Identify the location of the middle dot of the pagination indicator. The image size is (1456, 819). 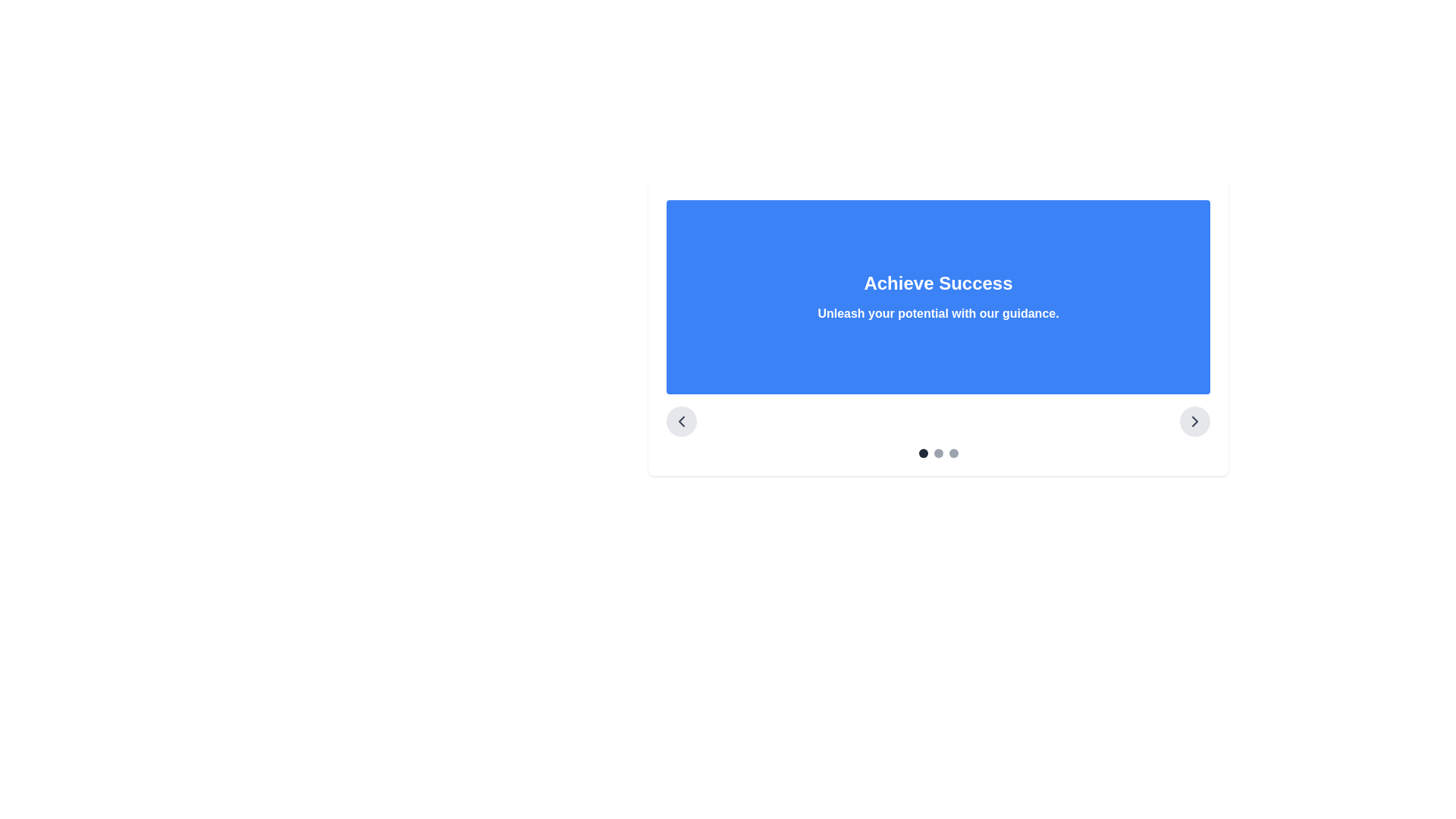
(937, 452).